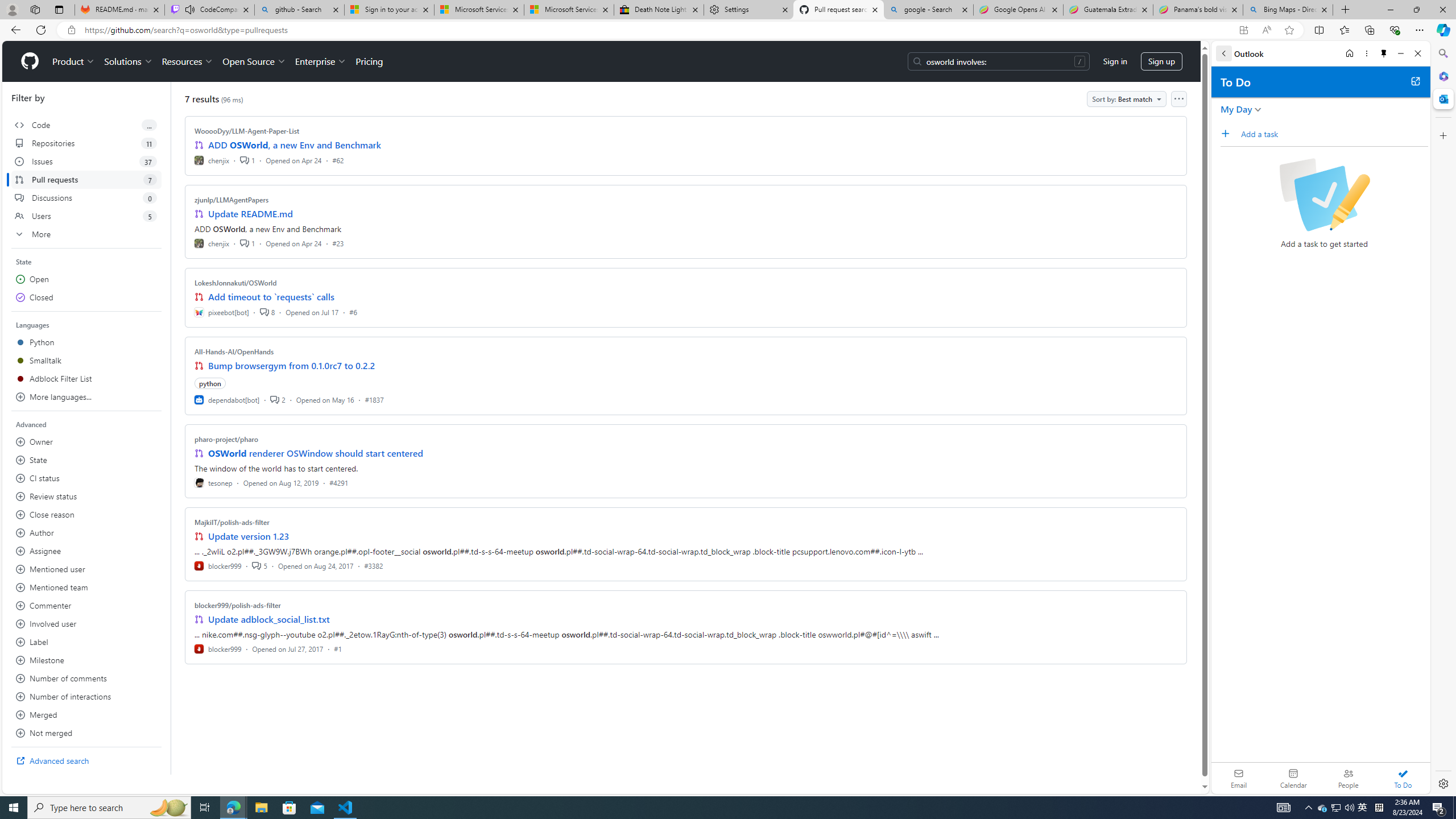 This screenshot has height=819, width=1456. Describe the element at coordinates (231, 521) in the screenshot. I see `'MajkiIT/polish-ads-filter'` at that location.